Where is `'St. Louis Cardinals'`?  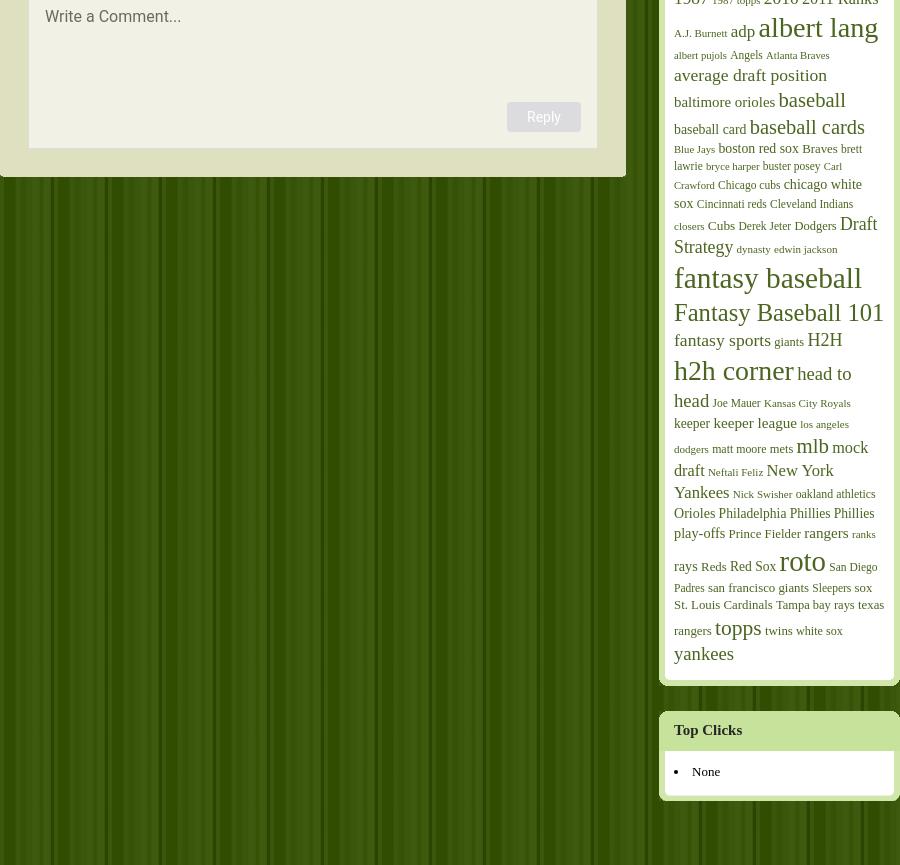
'St. Louis Cardinals' is located at coordinates (721, 604).